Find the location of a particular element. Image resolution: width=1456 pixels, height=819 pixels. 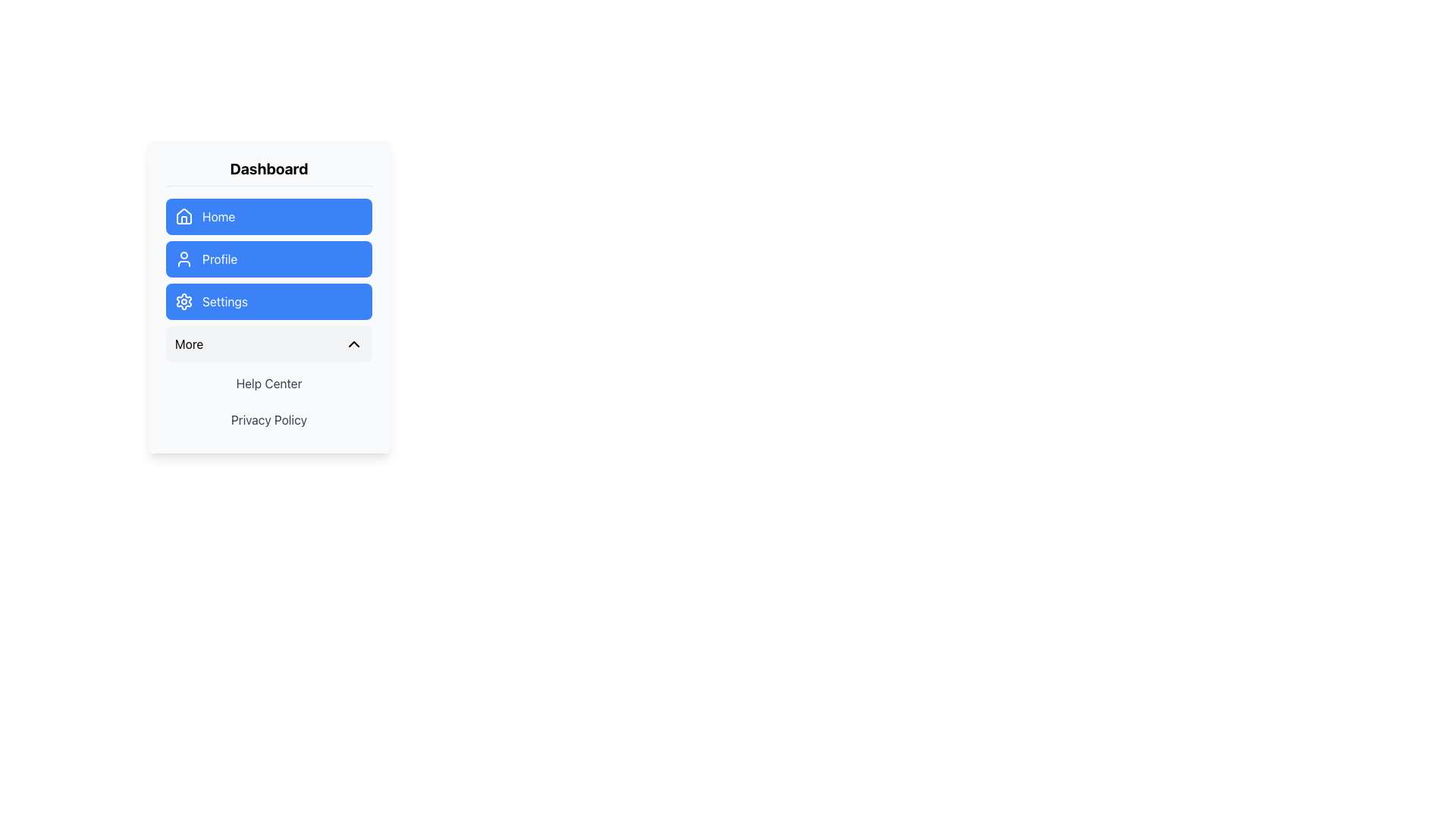

the 'Profile' button by interacting with the user silhouette icon located at its left side is located at coordinates (184, 259).